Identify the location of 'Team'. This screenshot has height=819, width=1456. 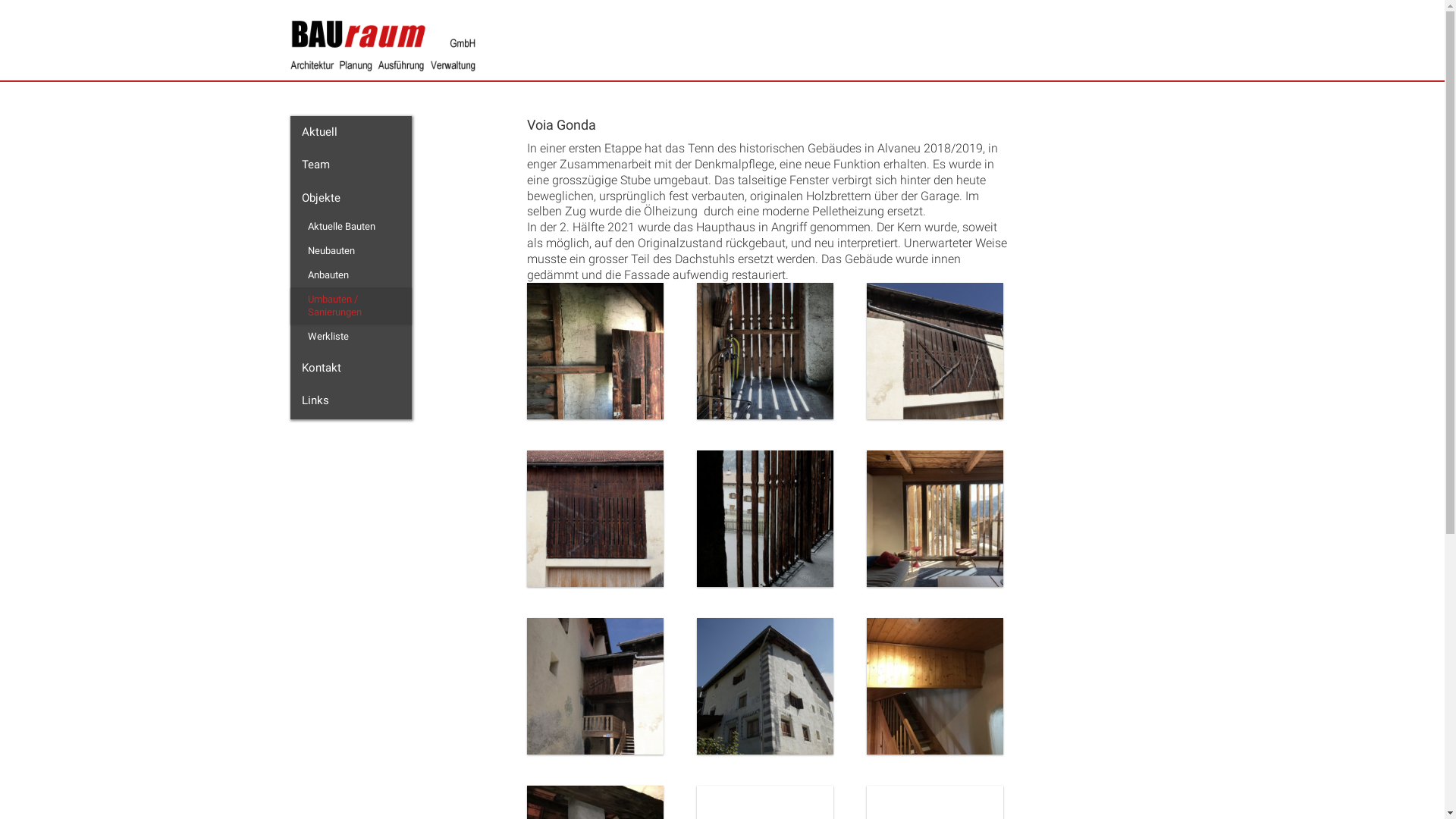
(349, 165).